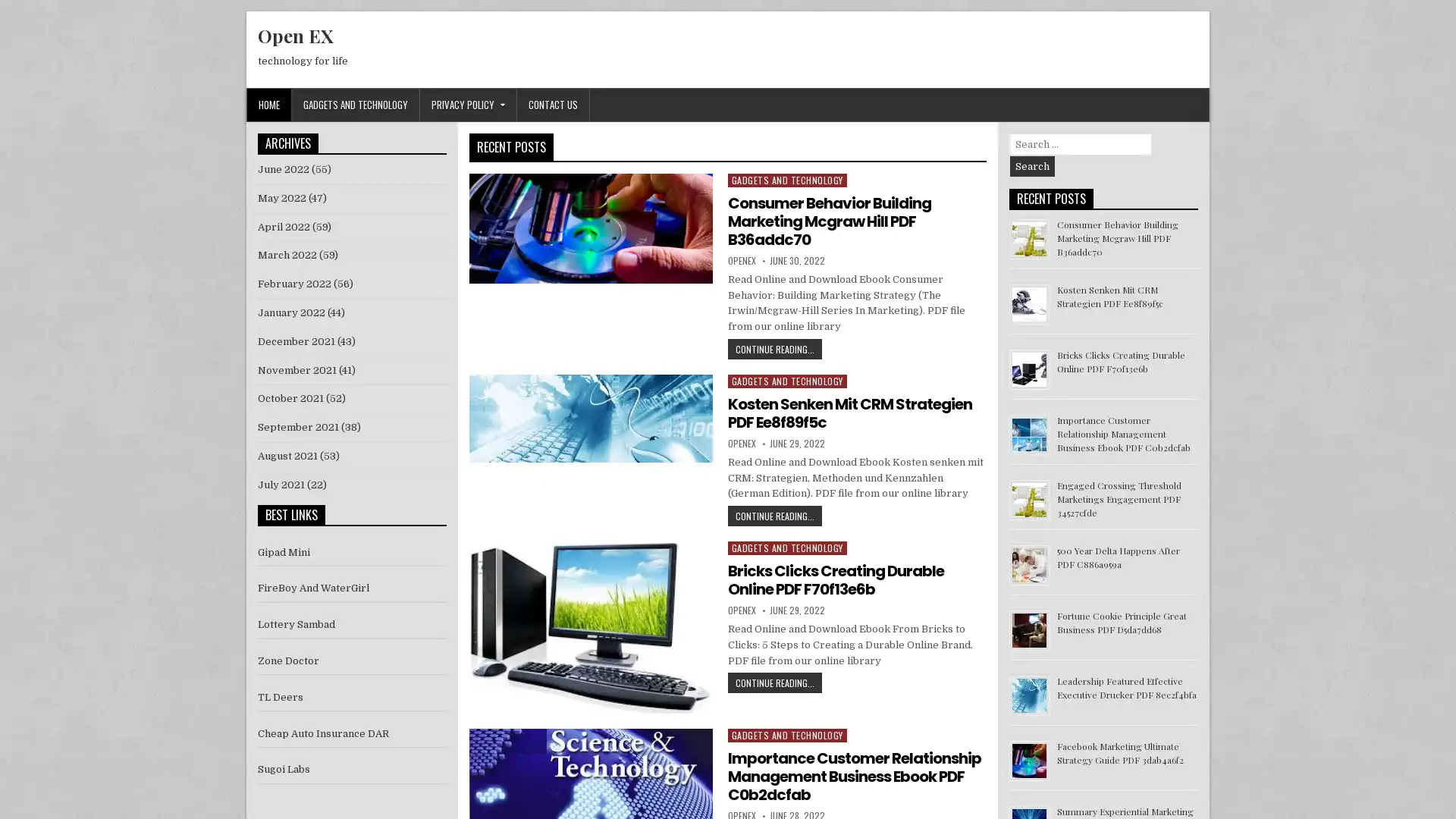 Image resolution: width=1456 pixels, height=819 pixels. What do you see at coordinates (1031, 166) in the screenshot?
I see `Search` at bounding box center [1031, 166].